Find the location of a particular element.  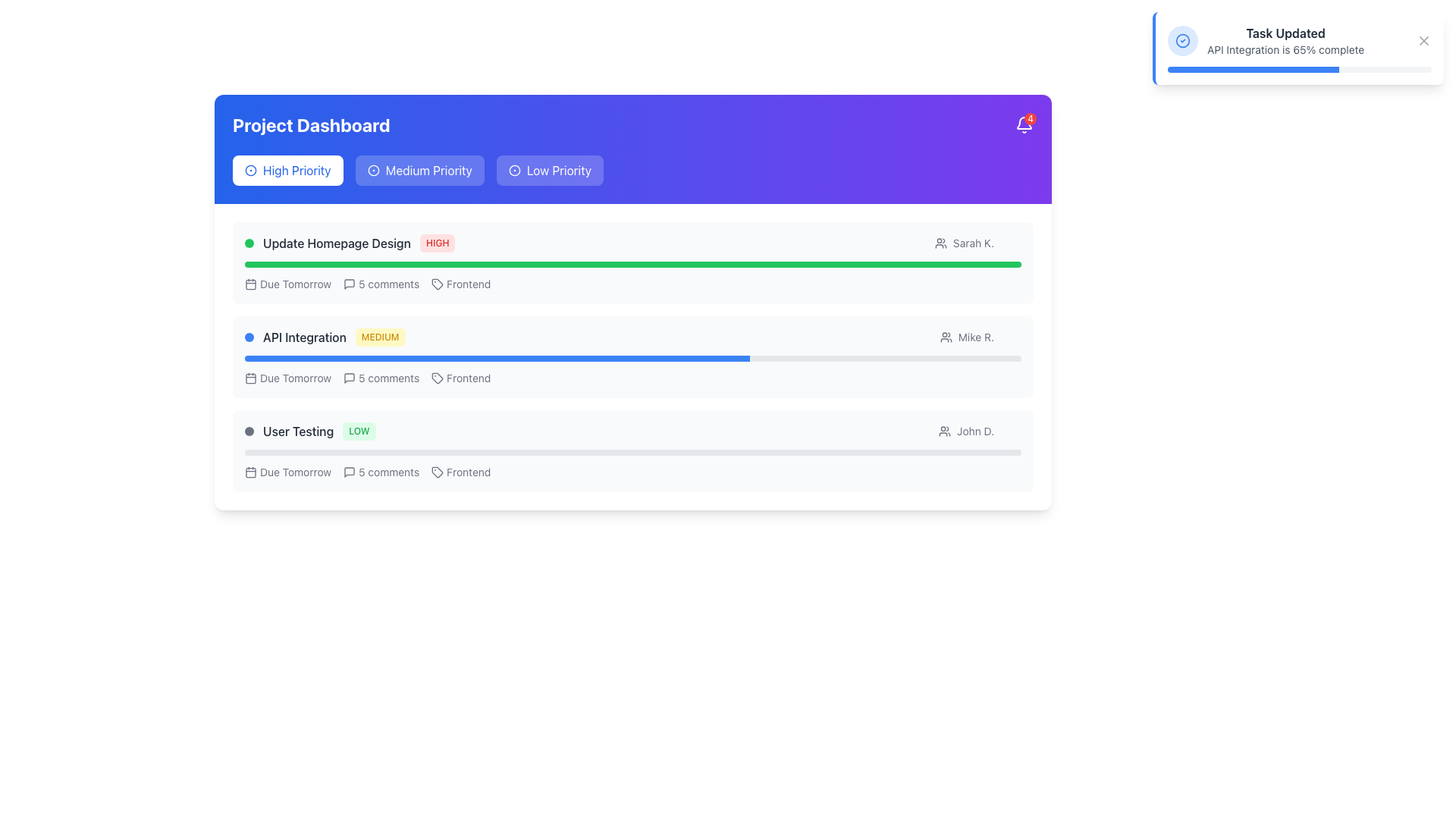

the 'MEDIUM' priority label located to the right of the 'API Integration' text on the dashboard, above the blue progress bar is located at coordinates (380, 336).